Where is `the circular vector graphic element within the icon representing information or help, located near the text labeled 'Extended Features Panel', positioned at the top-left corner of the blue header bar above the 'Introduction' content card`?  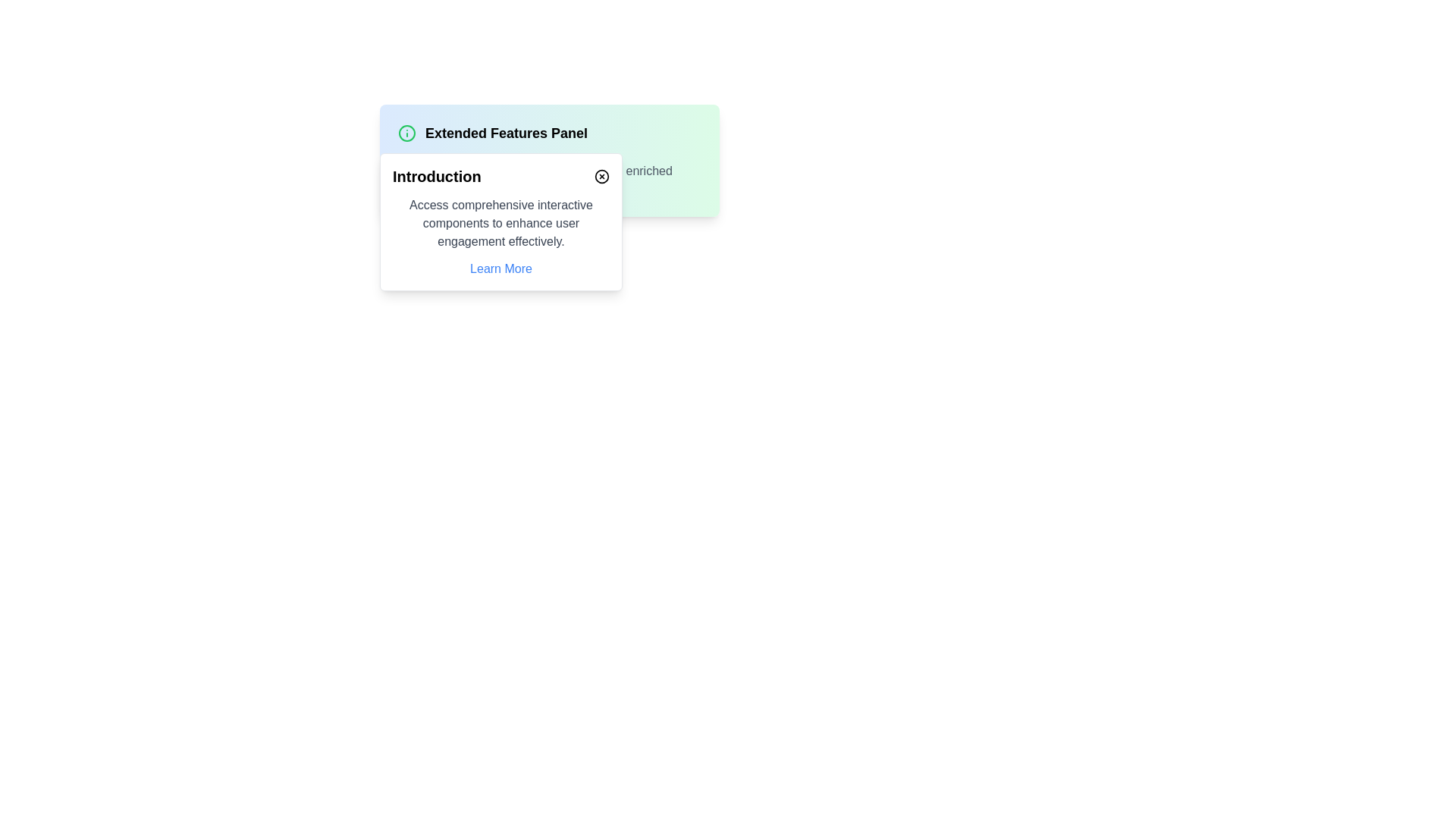 the circular vector graphic element within the icon representing information or help, located near the text labeled 'Extended Features Panel', positioned at the top-left corner of the blue header bar above the 'Introduction' content card is located at coordinates (407, 133).